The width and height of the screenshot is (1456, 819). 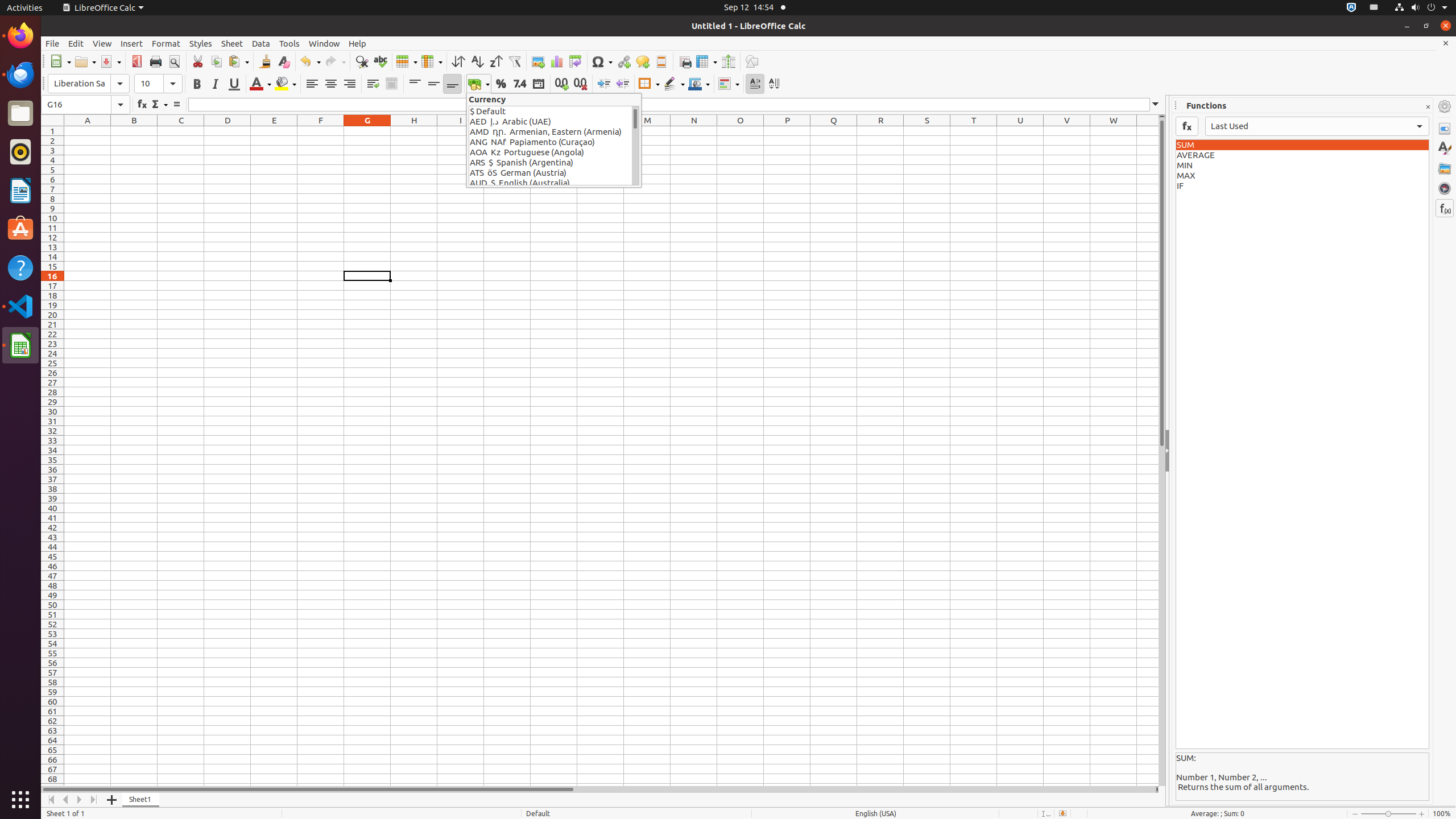 What do you see at coordinates (556, 61) in the screenshot?
I see `'Chart'` at bounding box center [556, 61].